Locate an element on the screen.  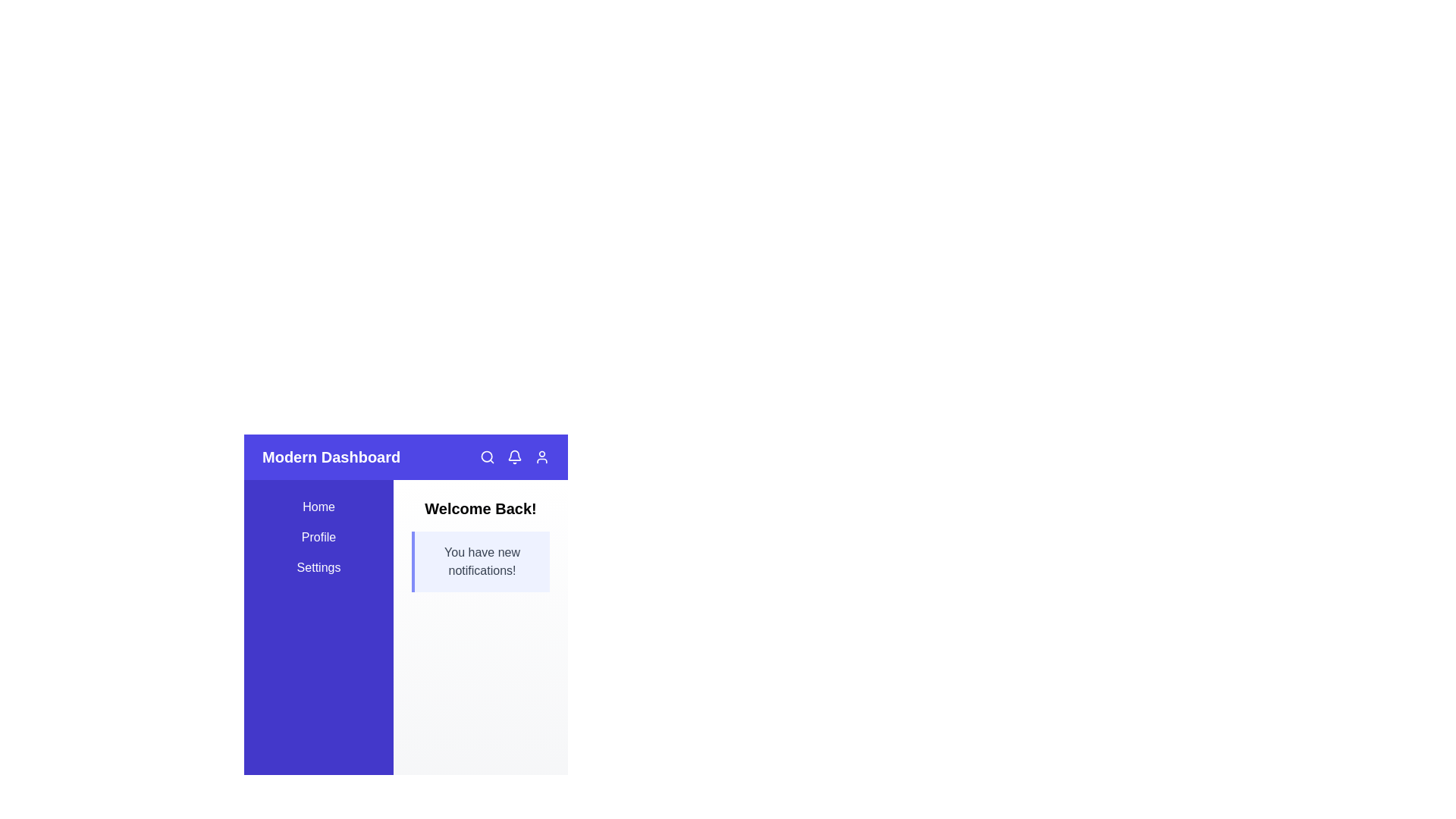
the sidebar link Home is located at coordinates (318, 507).